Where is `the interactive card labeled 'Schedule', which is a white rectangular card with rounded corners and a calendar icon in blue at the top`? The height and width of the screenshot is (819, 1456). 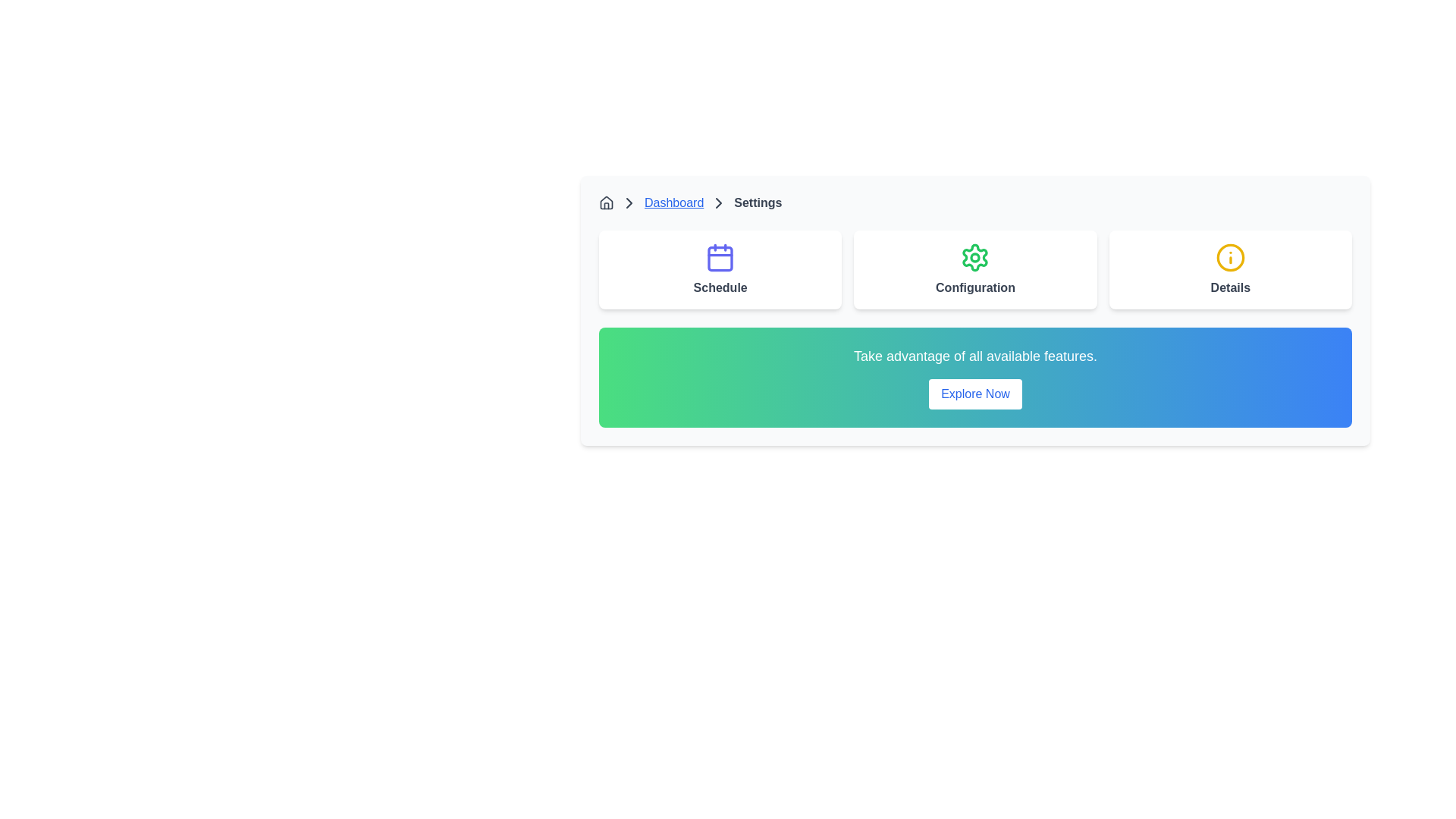
the interactive card labeled 'Schedule', which is a white rectangular card with rounded corners and a calendar icon in blue at the top is located at coordinates (720, 268).